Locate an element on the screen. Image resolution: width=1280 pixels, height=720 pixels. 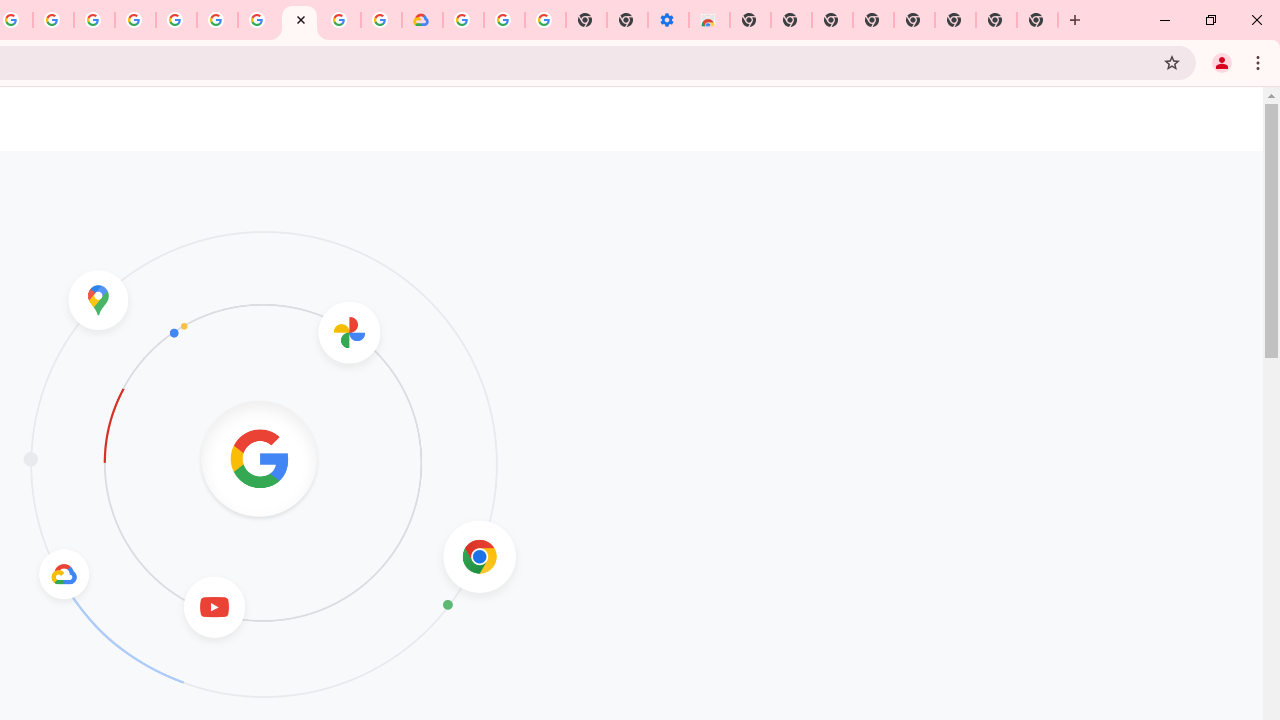
'Chrome' is located at coordinates (1259, 61).